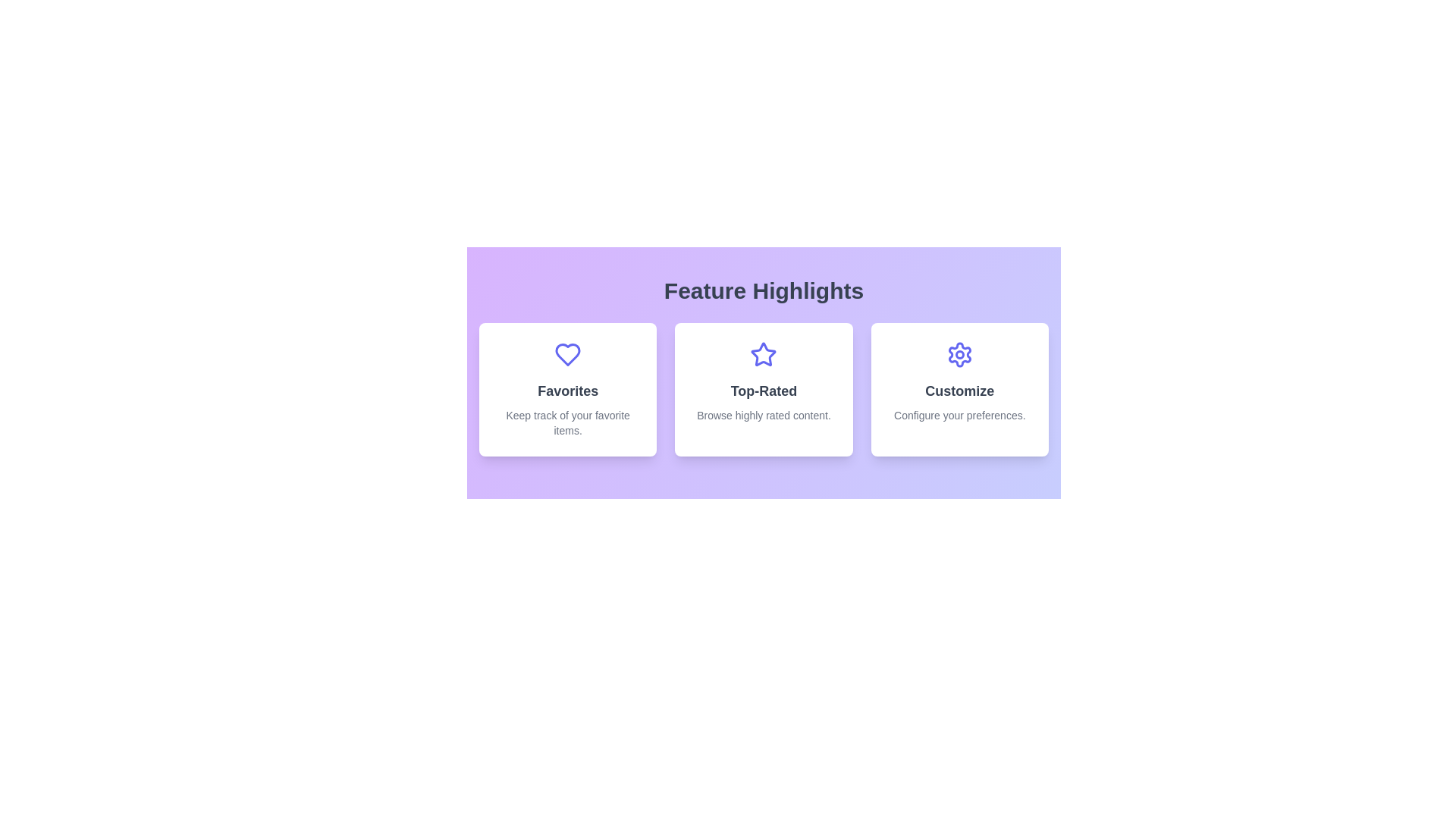 This screenshot has width=1456, height=819. What do you see at coordinates (567, 354) in the screenshot?
I see `the heart-shaped icon outlined in blue, located at the top center of the 'Favorites' card, above the title 'Favorites'` at bounding box center [567, 354].